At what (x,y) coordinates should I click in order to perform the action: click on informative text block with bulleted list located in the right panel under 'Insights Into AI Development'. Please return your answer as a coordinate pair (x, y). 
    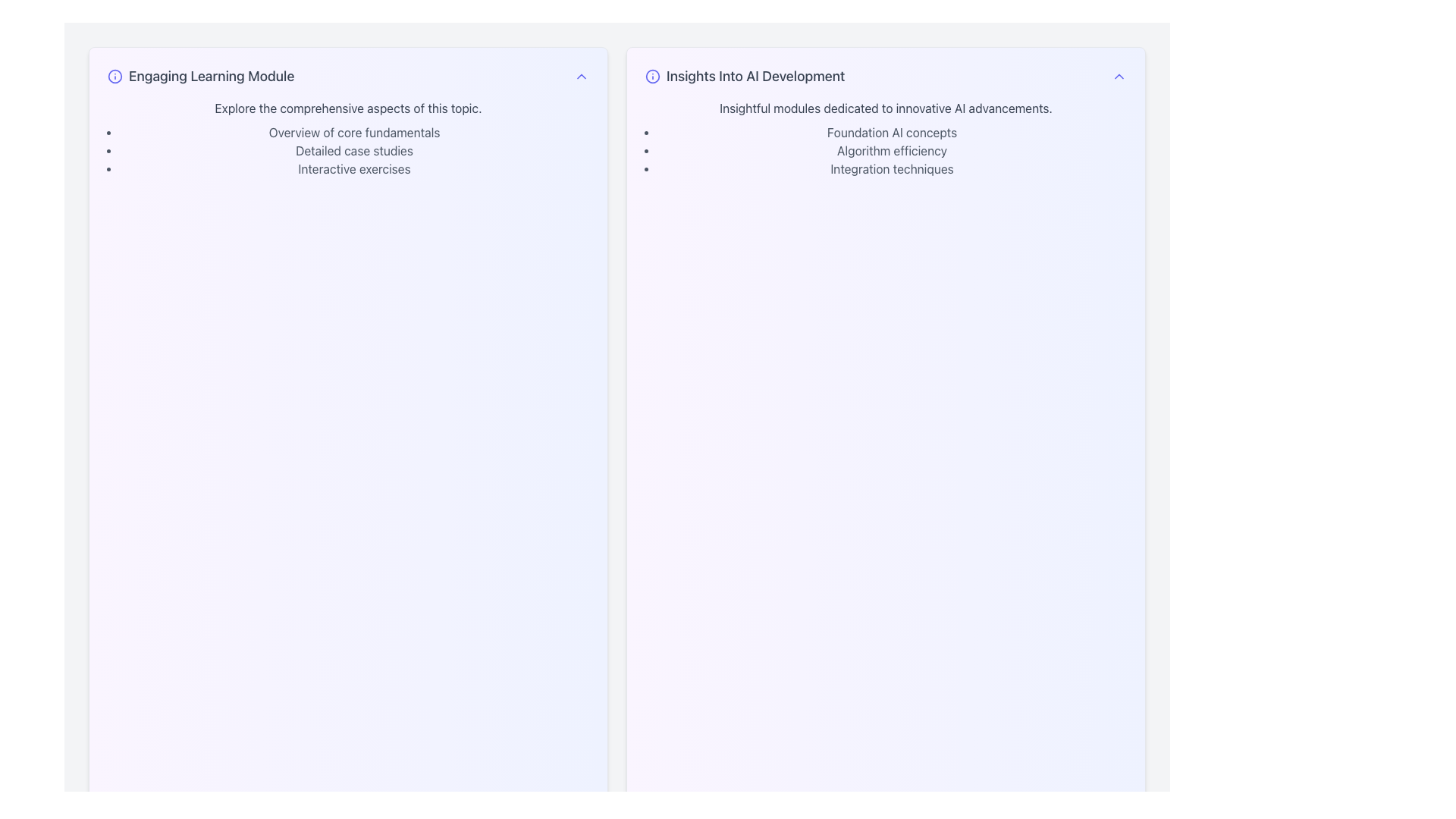
    Looking at the image, I should click on (886, 138).